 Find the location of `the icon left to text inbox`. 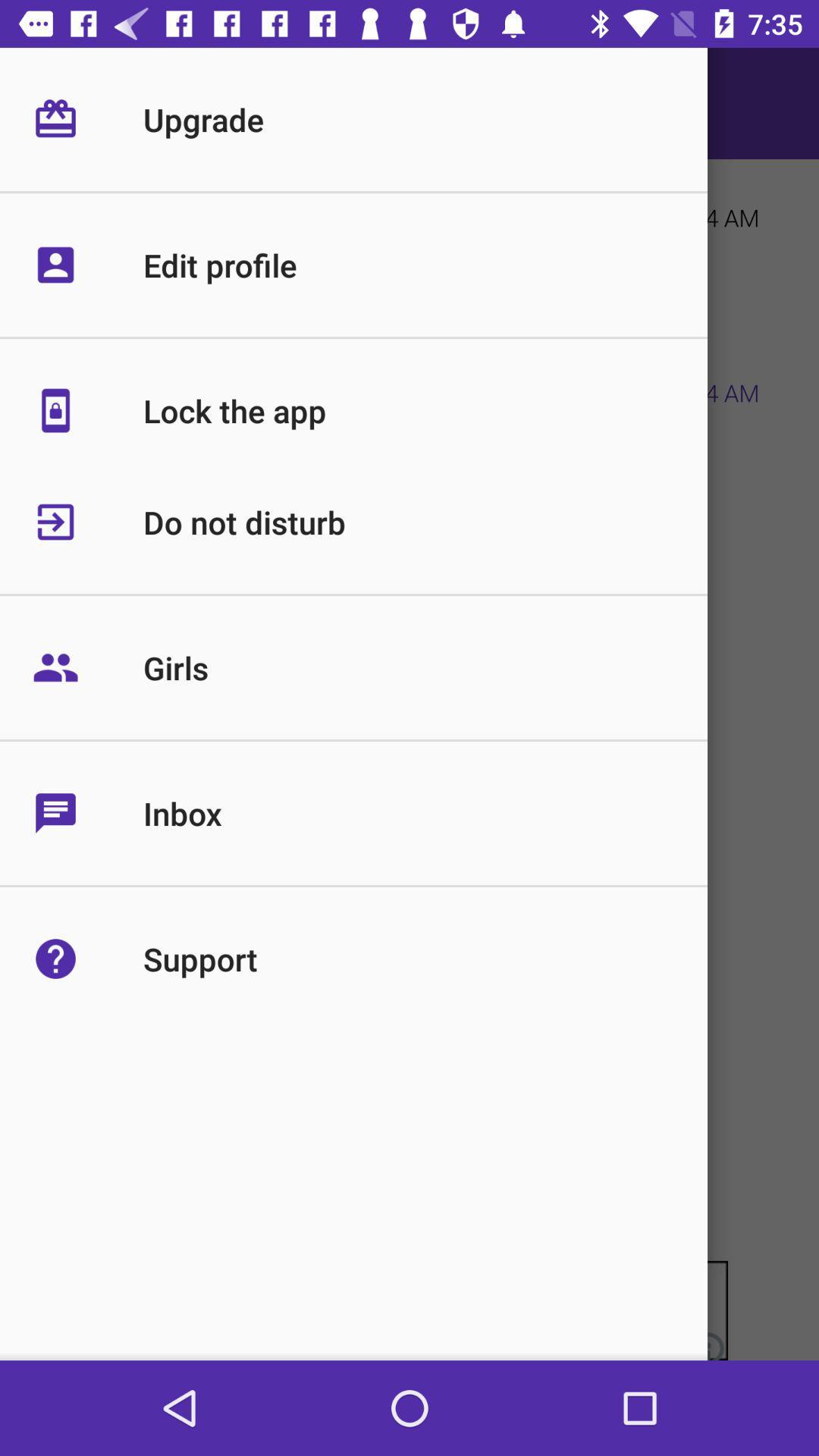

the icon left to text inbox is located at coordinates (87, 812).